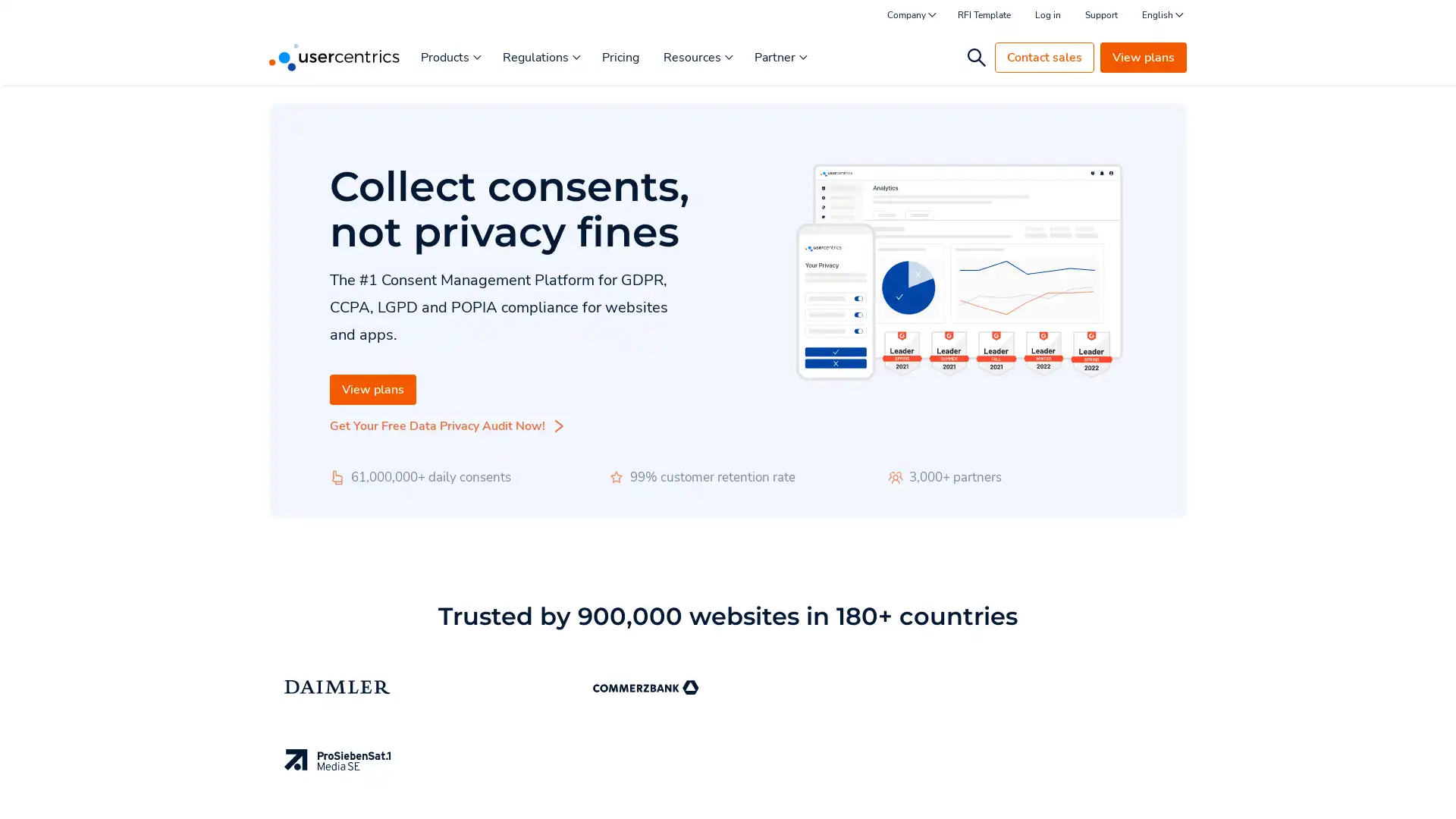 The image size is (1456, 819). I want to click on More Information, so click(192, 773).